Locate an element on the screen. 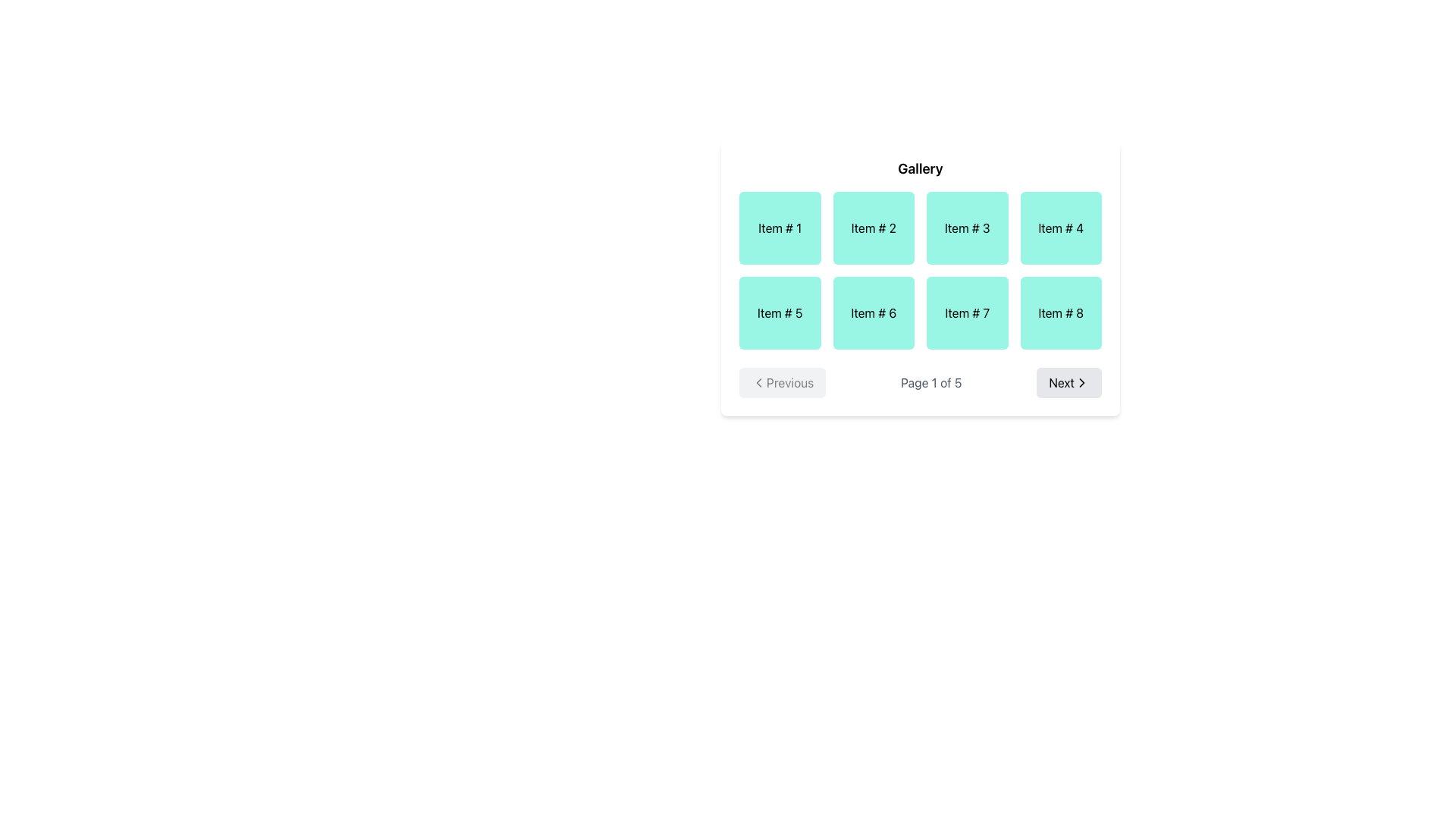 This screenshot has width=1456, height=819. the button tile labeled 'Item # 6' which has a light teal background and is is located at coordinates (874, 312).